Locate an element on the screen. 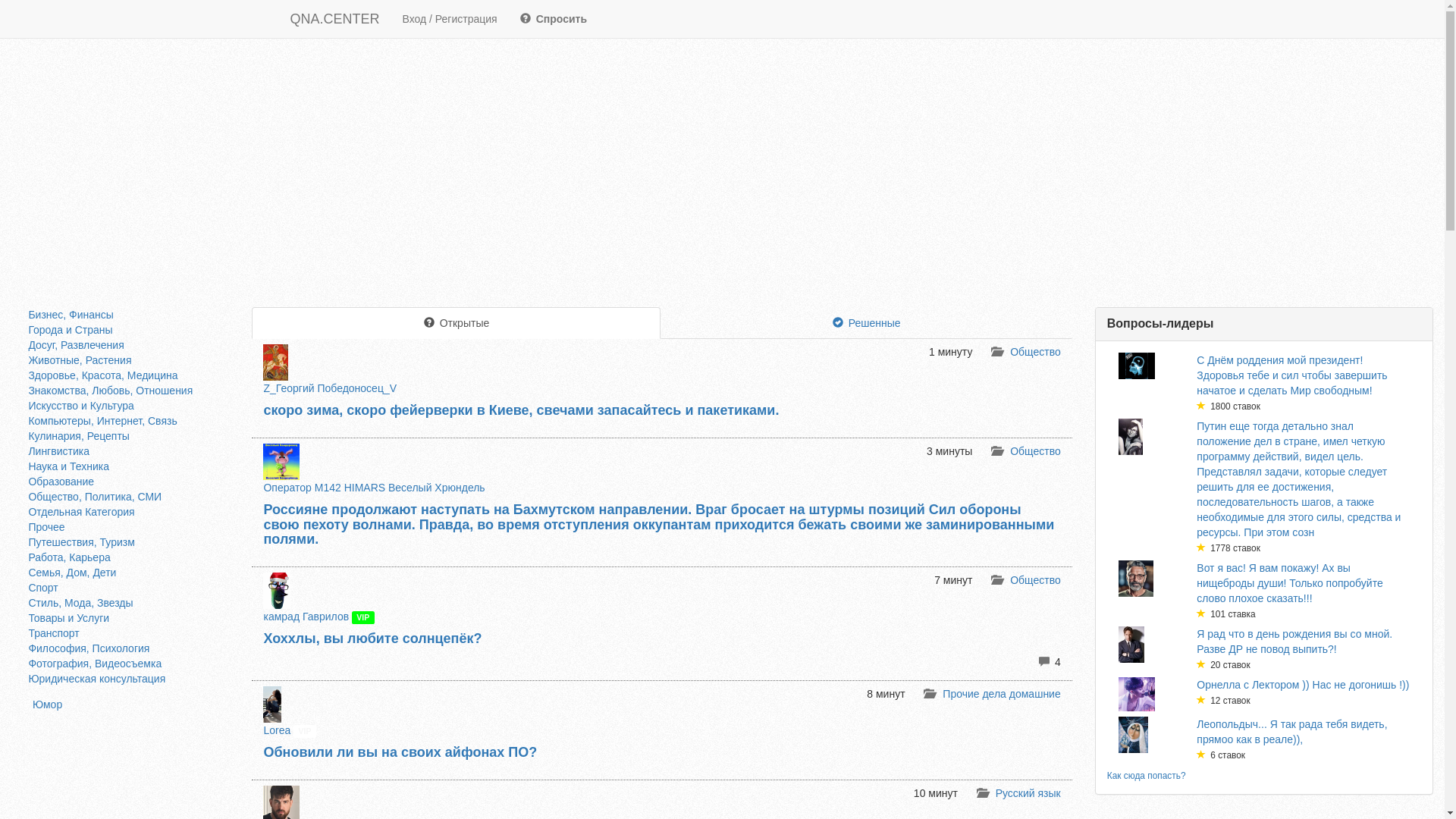 This screenshot has height=819, width=1456. 'Lorea' is located at coordinates (262, 730).